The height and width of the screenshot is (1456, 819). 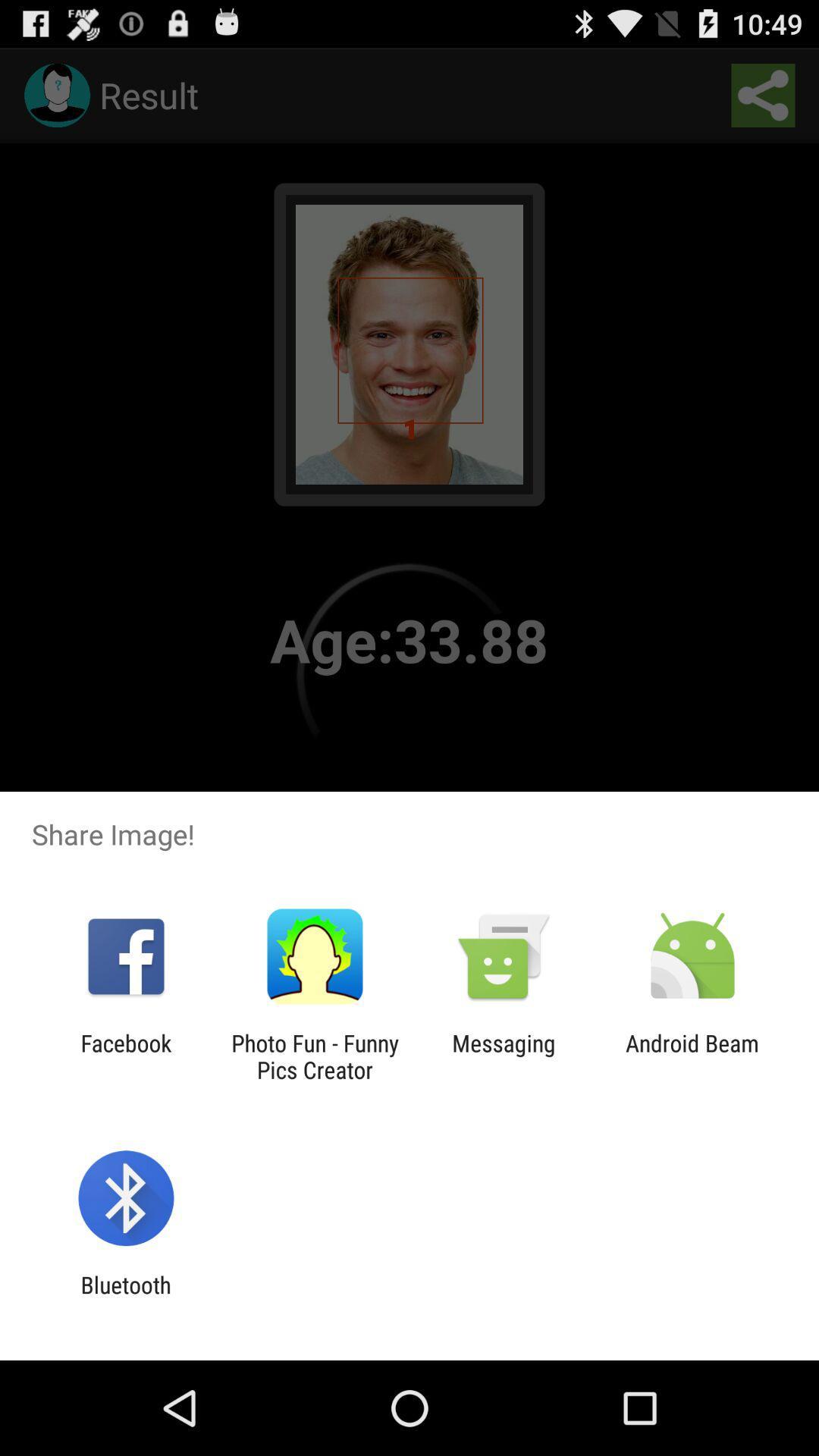 What do you see at coordinates (125, 1298) in the screenshot?
I see `the bluetooth app` at bounding box center [125, 1298].